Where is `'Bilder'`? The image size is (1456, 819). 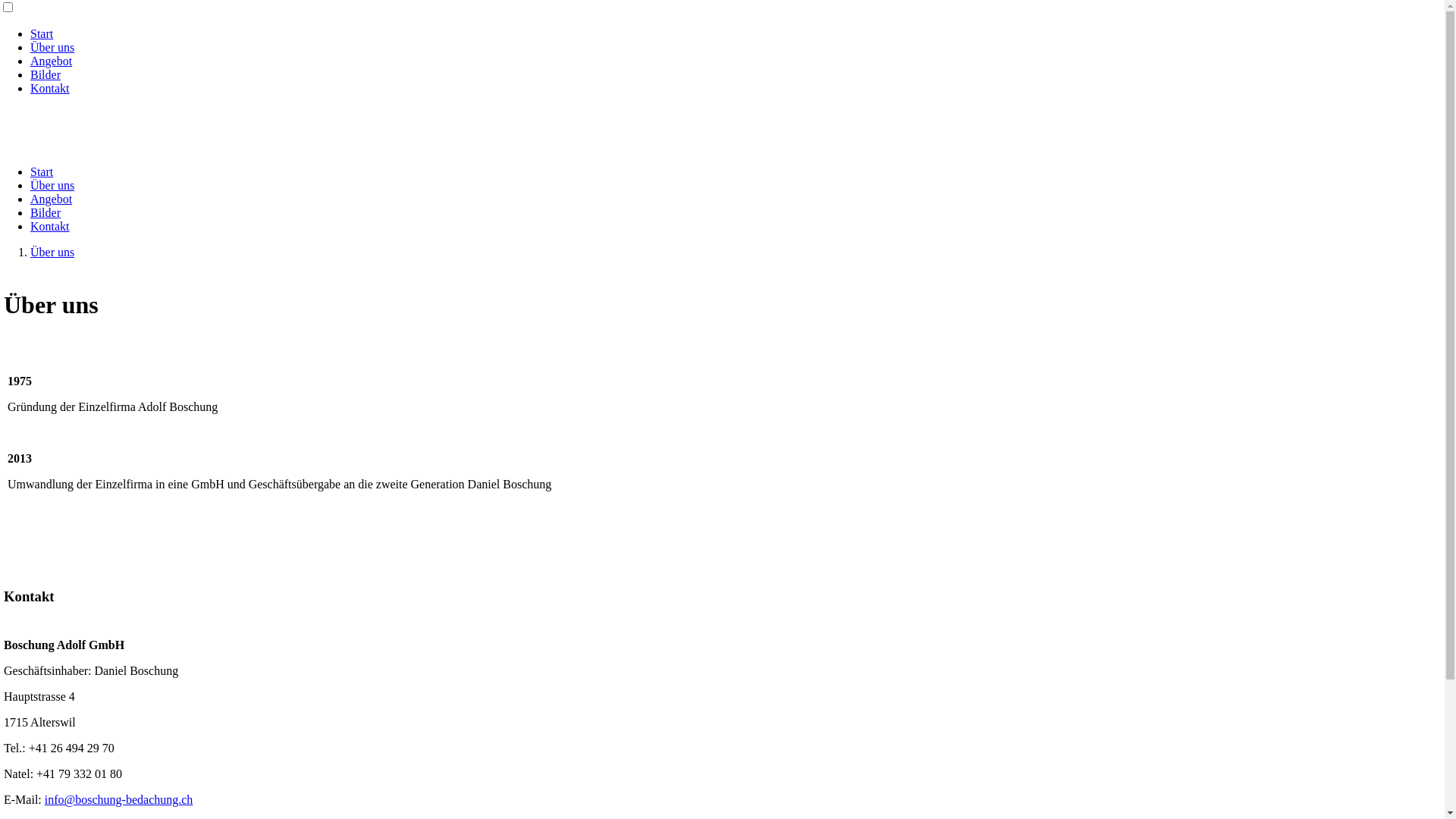 'Bilder' is located at coordinates (45, 212).